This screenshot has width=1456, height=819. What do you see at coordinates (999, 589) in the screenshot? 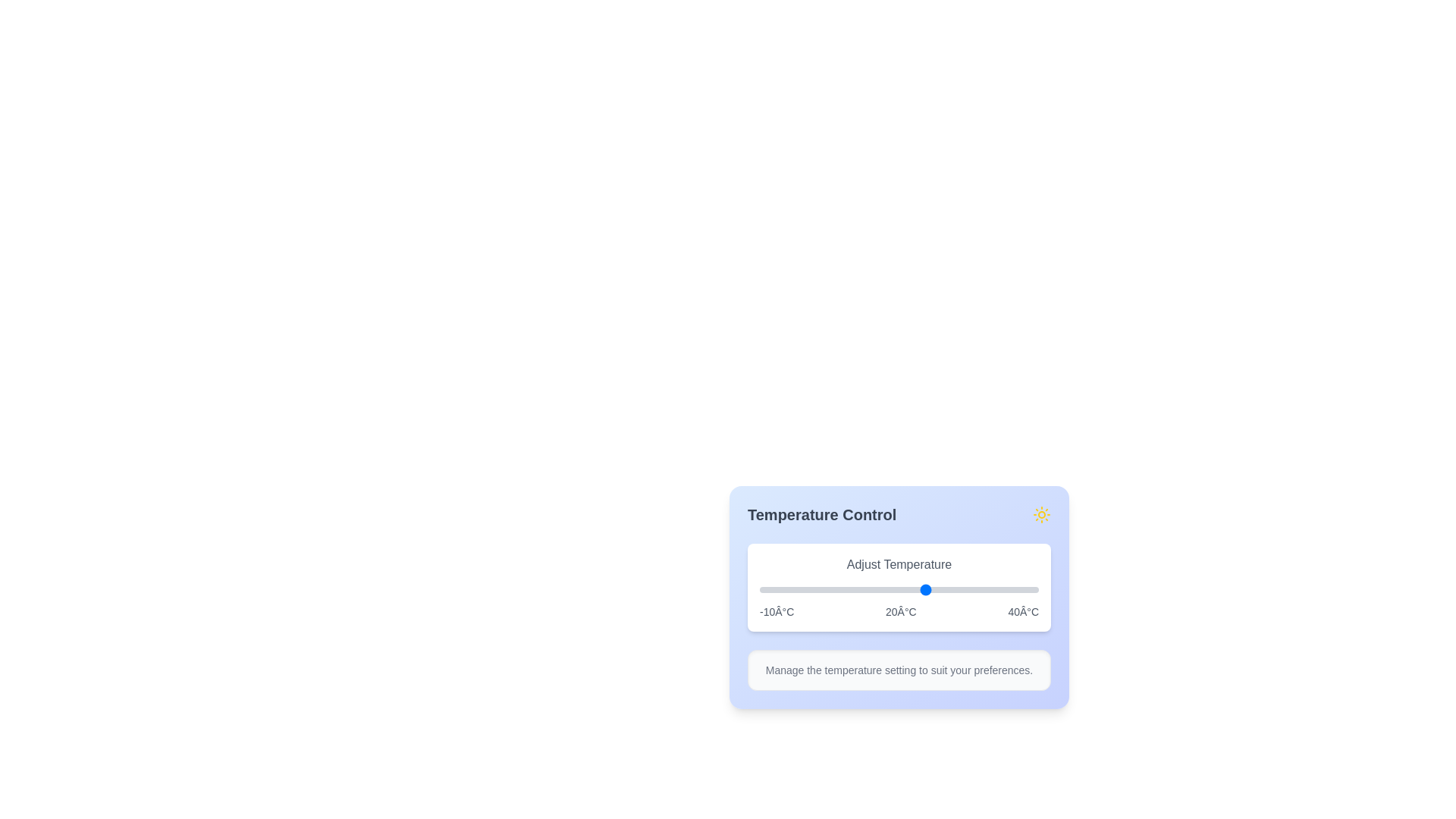
I see `the slider to set the temperature to 33°C` at bounding box center [999, 589].